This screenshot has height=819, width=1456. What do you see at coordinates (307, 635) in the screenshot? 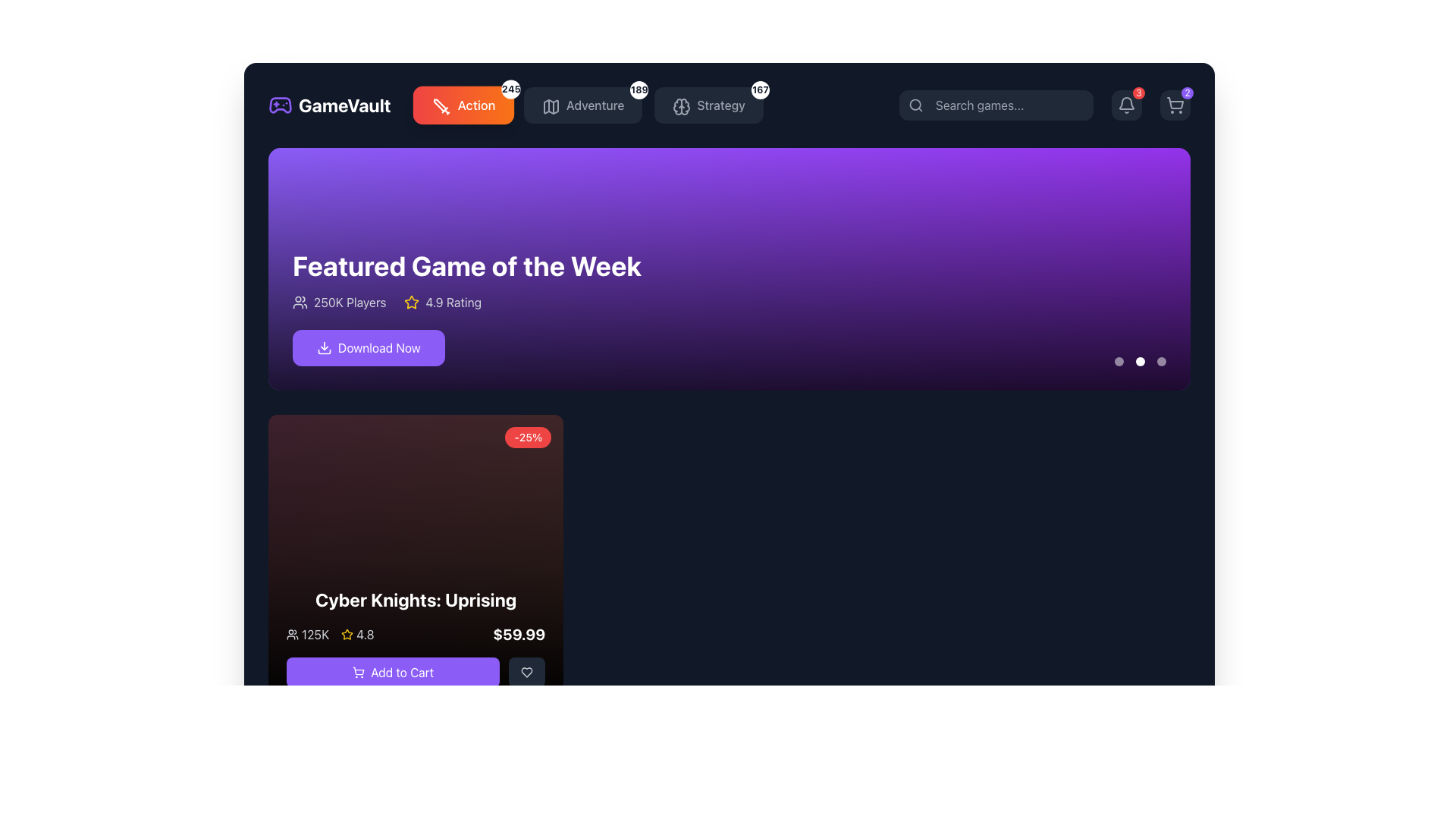
I see `the text-label displaying '125K' alongside the group of people icon, located in the lower section of the 'Cyber Knights: Uprising' game card` at bounding box center [307, 635].